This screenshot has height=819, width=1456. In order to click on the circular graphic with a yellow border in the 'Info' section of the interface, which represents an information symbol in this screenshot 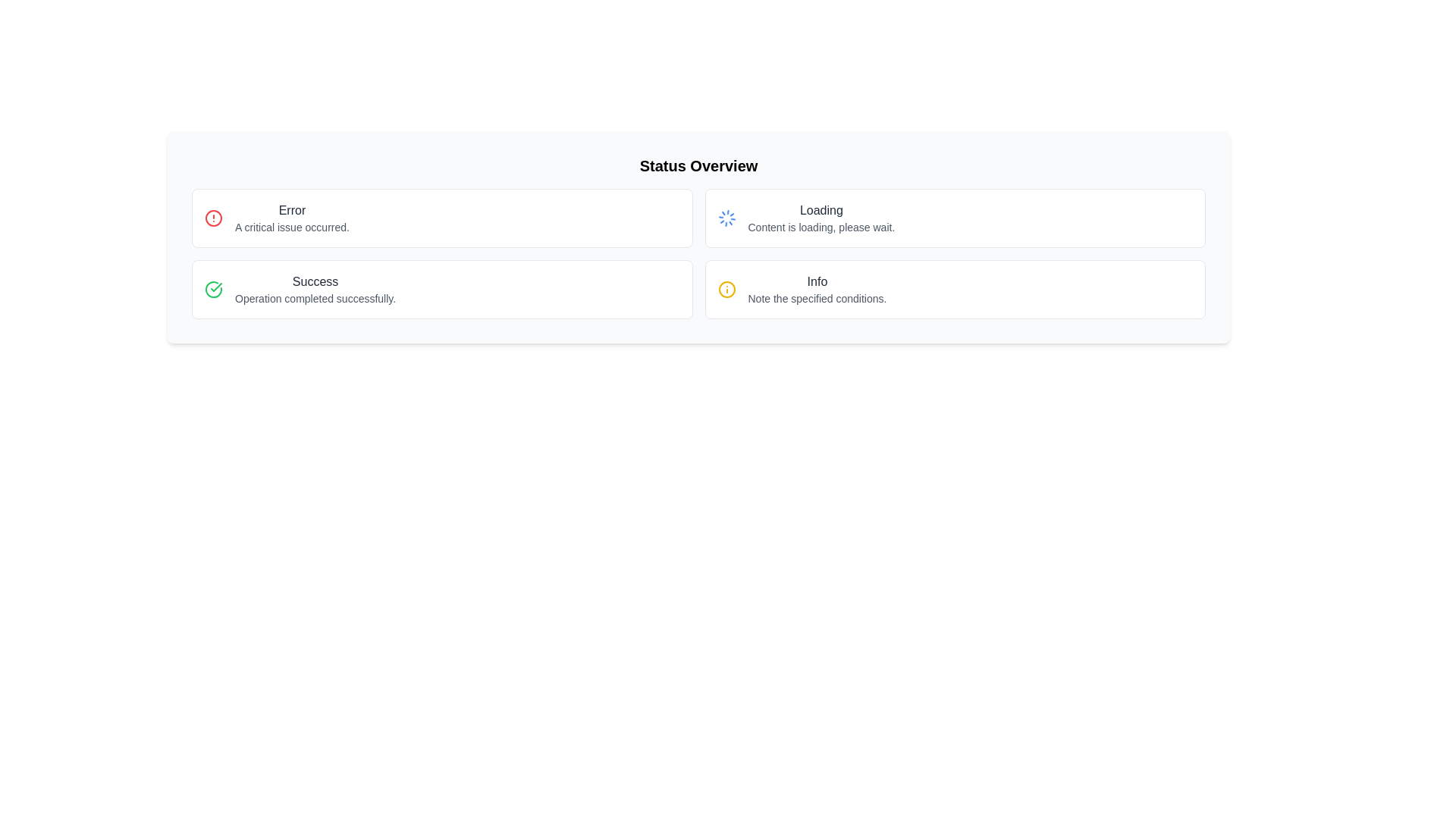, I will do `click(726, 289)`.